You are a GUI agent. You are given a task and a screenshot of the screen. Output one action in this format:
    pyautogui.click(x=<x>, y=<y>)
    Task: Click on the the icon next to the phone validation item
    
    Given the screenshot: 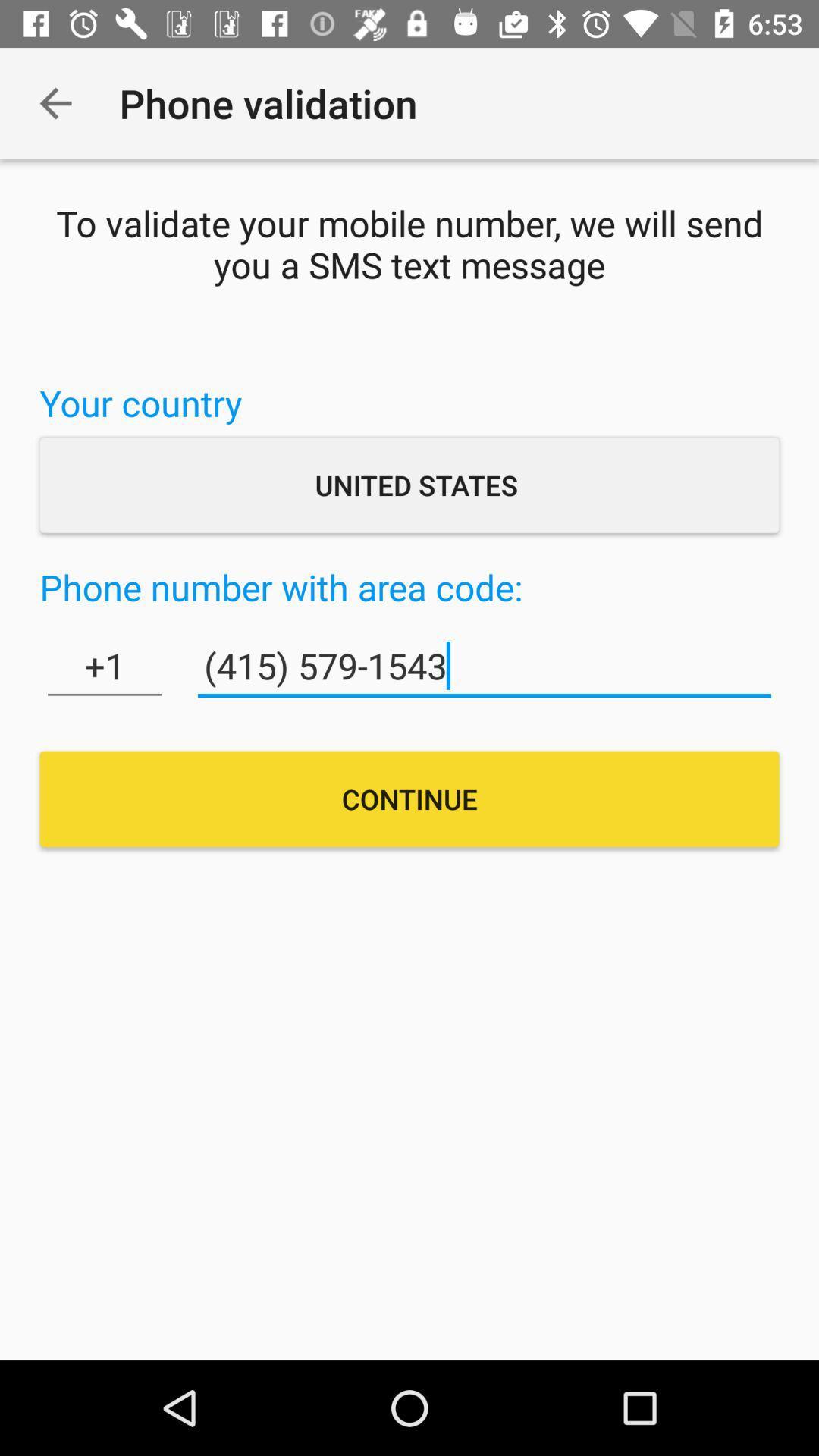 What is the action you would take?
    pyautogui.click(x=55, y=102)
    